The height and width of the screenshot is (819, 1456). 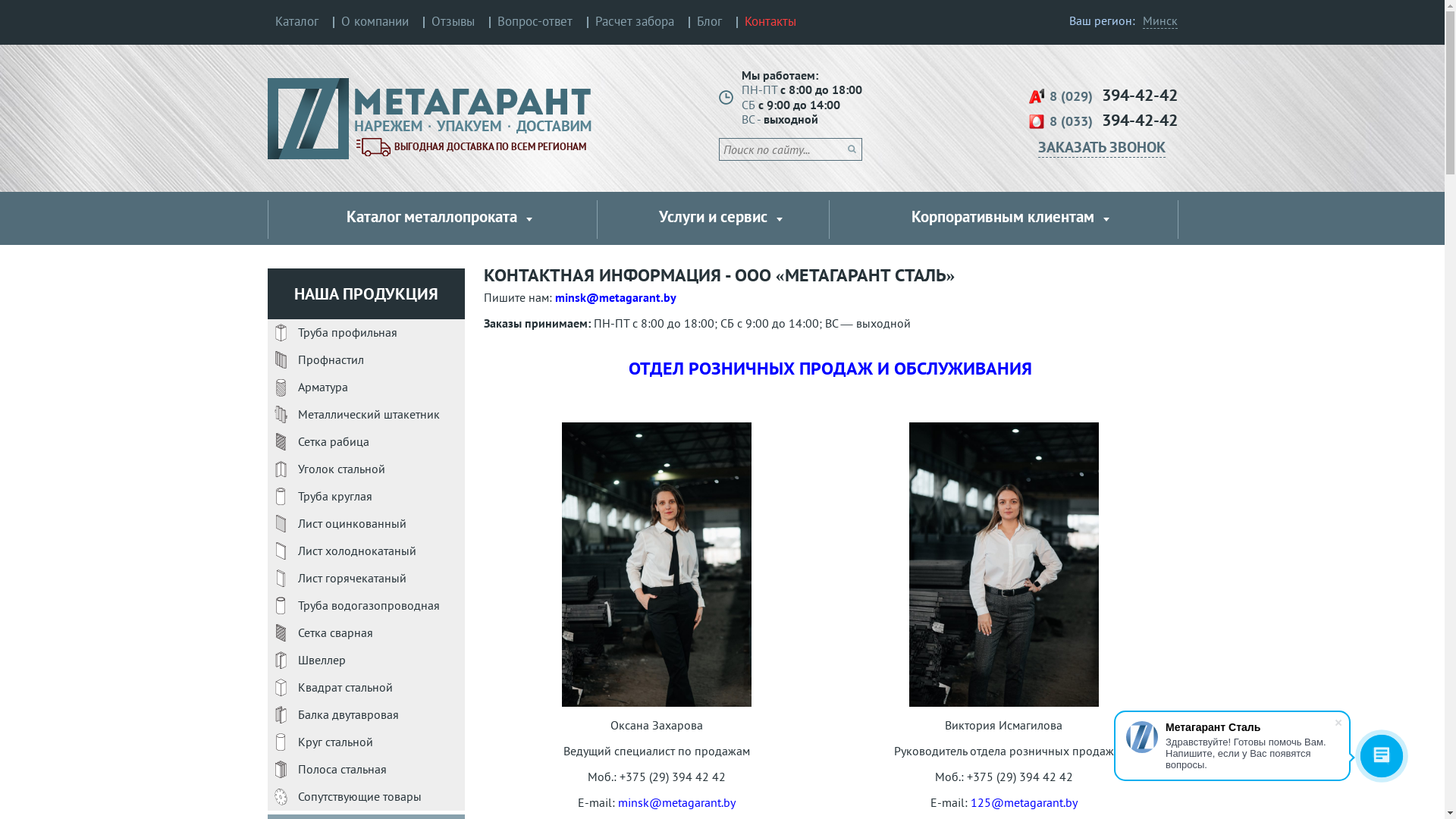 I want to click on '125@metagarant.by', so click(x=1024, y=801).